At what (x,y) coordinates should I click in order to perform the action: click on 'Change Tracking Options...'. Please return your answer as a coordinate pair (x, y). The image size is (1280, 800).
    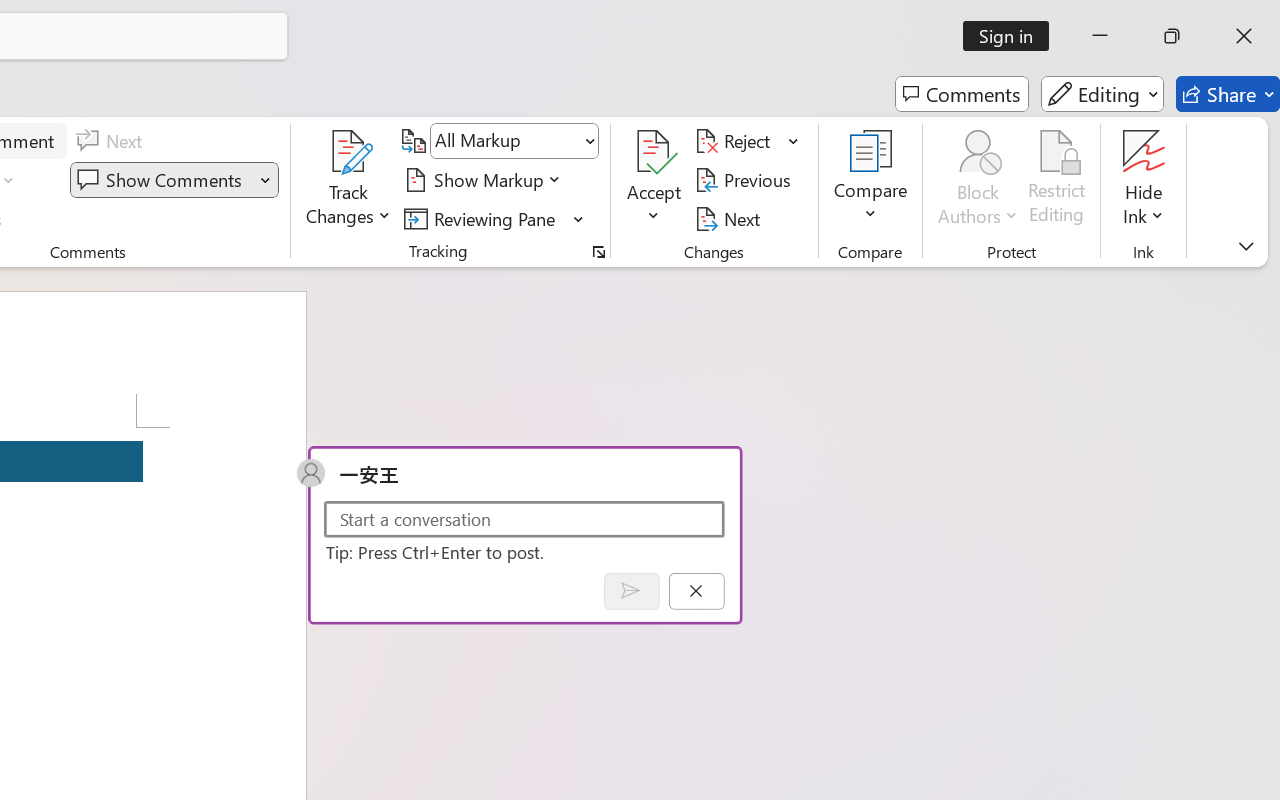
    Looking at the image, I should click on (598, 251).